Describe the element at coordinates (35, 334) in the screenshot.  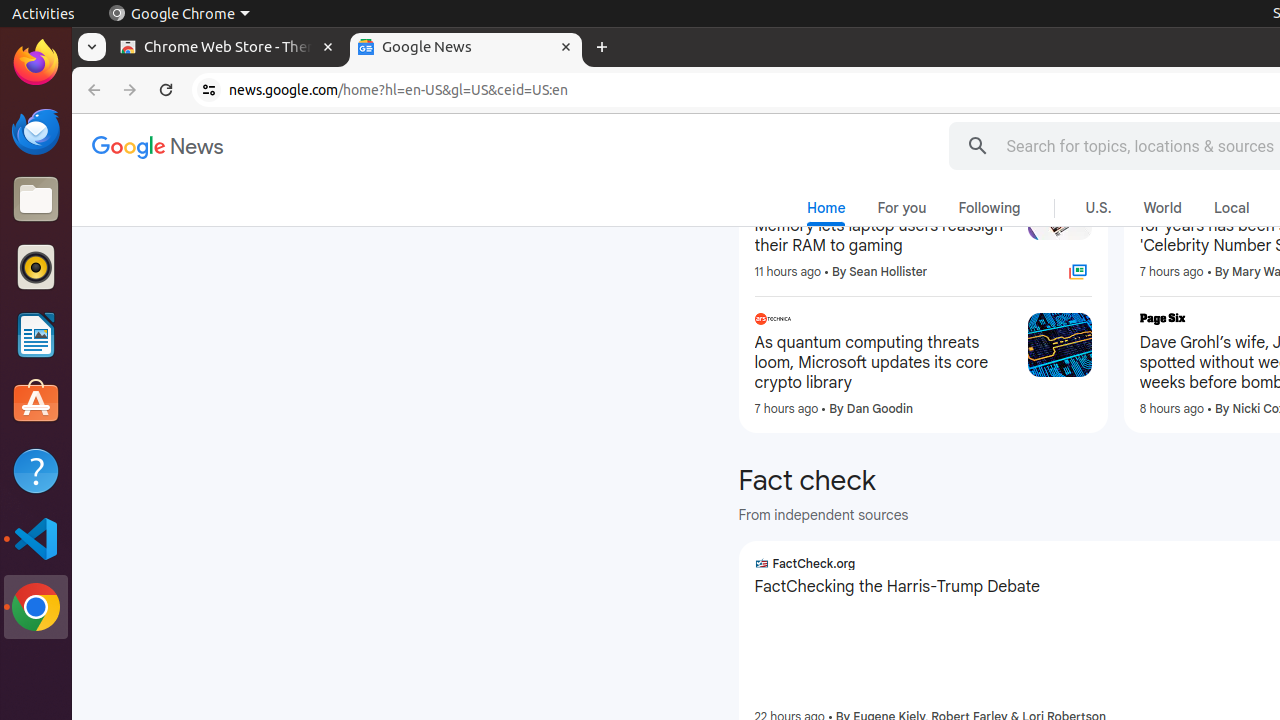
I see `'LibreOffice Writer'` at that location.